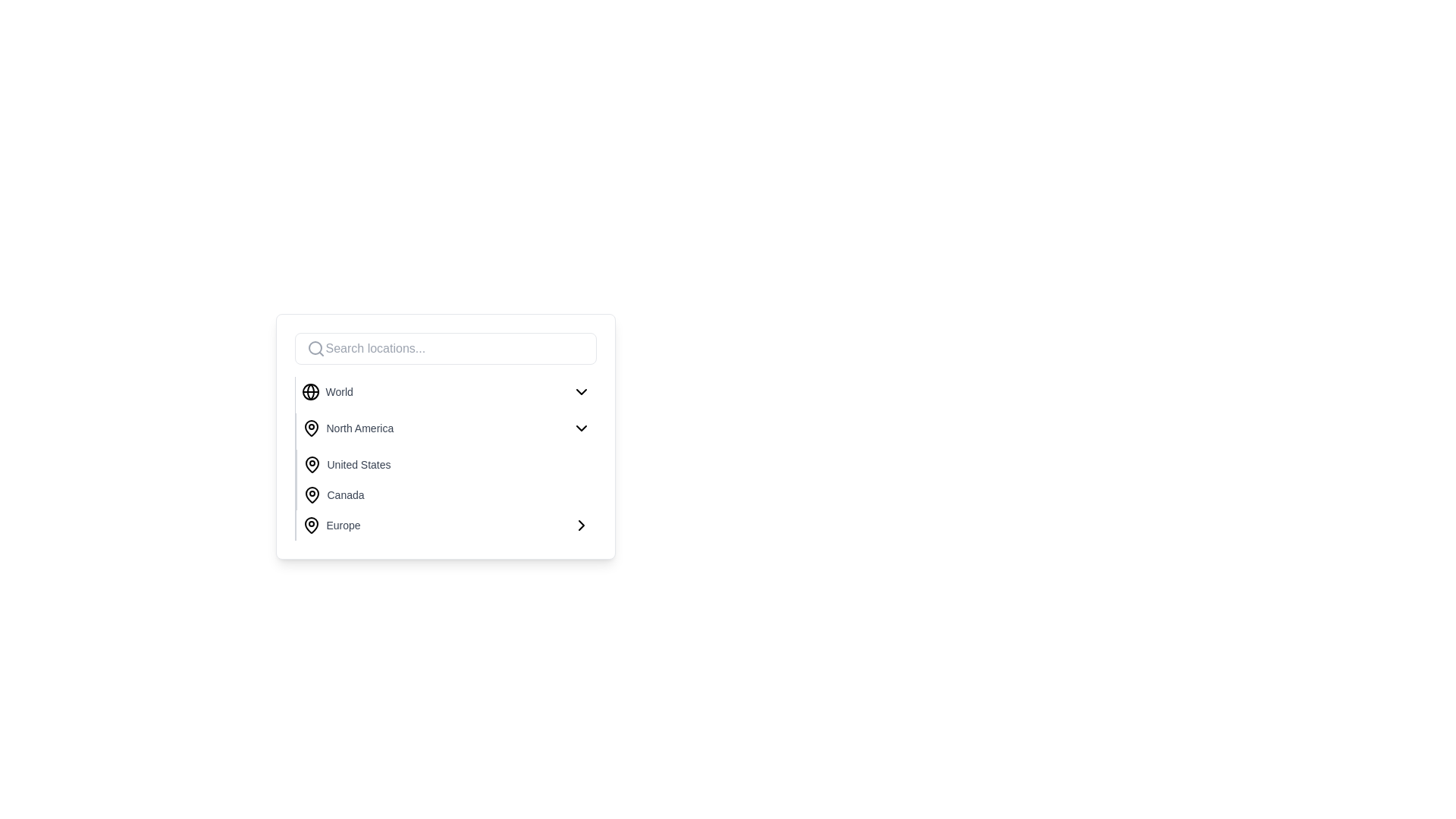 Image resolution: width=1456 pixels, height=819 pixels. I want to click on the dropdown list component featuring geographical locations, so click(444, 450).